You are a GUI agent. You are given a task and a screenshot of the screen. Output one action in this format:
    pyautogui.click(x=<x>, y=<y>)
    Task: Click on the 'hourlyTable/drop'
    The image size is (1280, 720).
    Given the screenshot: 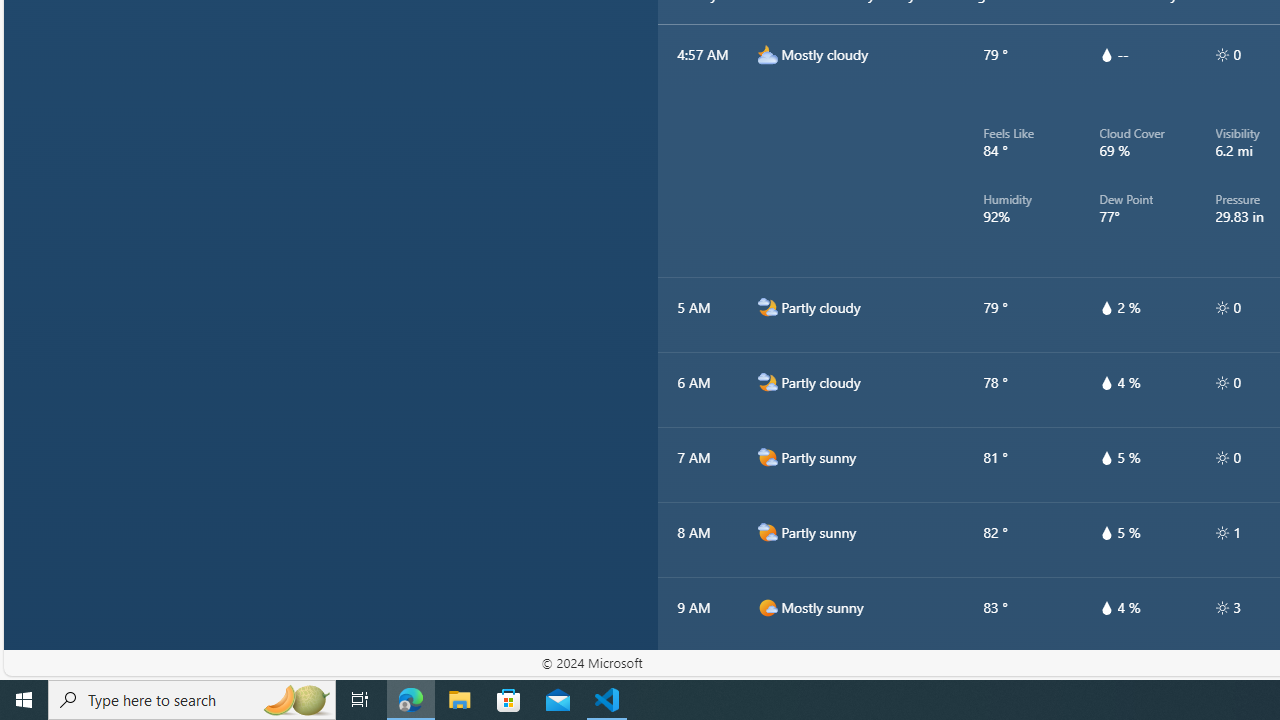 What is the action you would take?
    pyautogui.click(x=1105, y=607)
    